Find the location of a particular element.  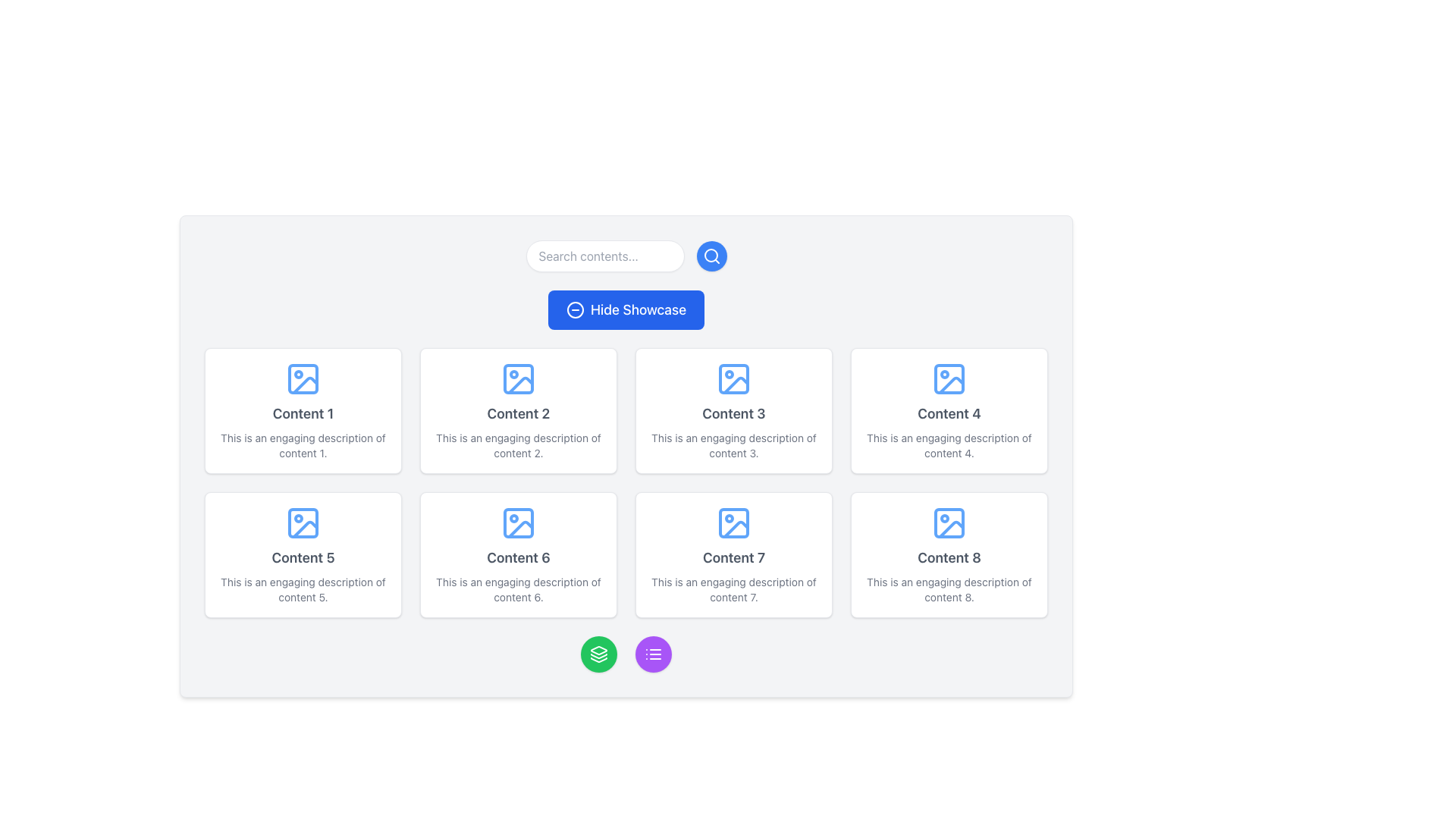

the Content card, which is the second item in the first row of the grid layout is located at coordinates (519, 411).